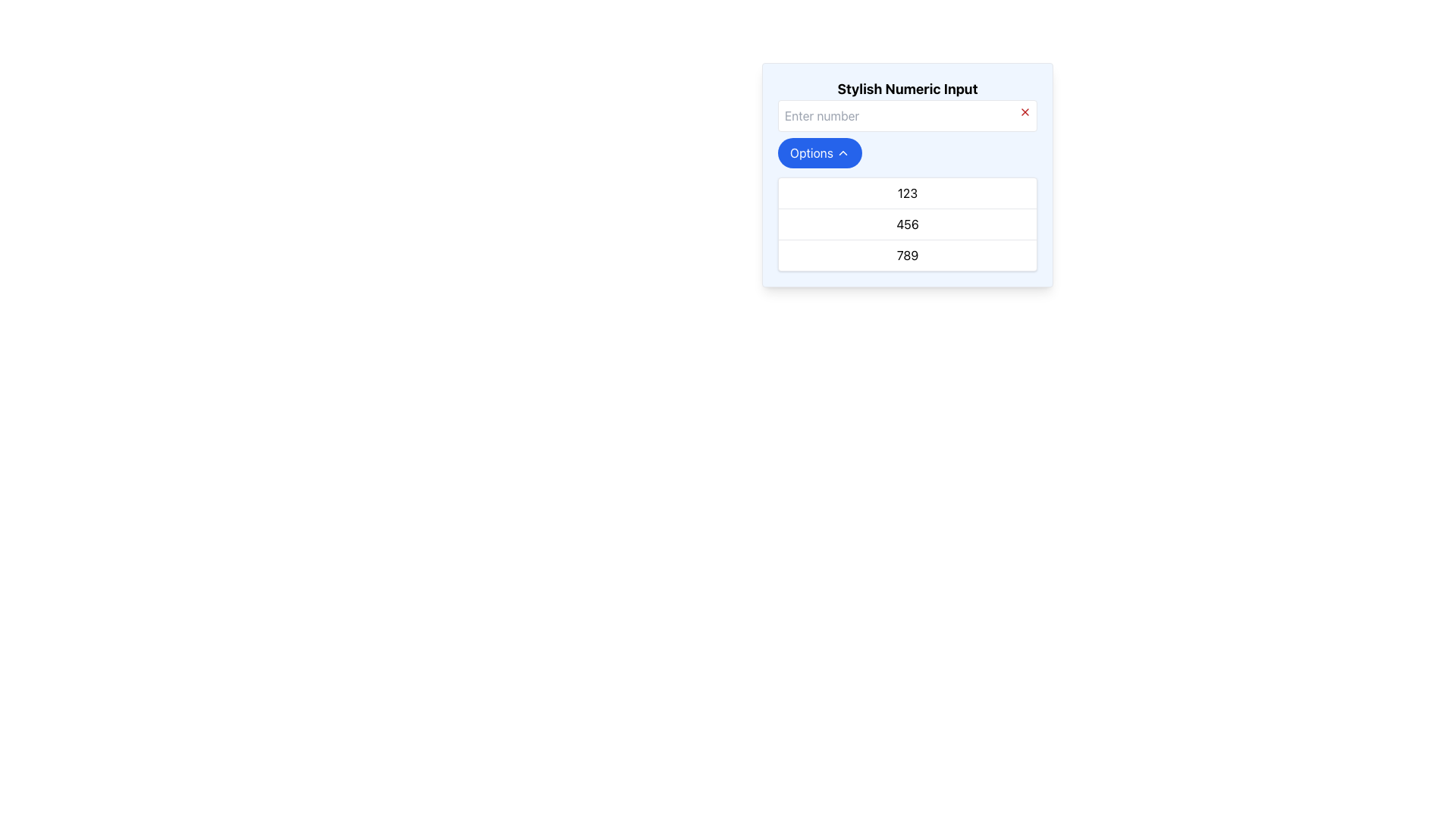  What do you see at coordinates (1025, 111) in the screenshot?
I see `the small red 'X' icon button located in the top-right corner of the text input field` at bounding box center [1025, 111].